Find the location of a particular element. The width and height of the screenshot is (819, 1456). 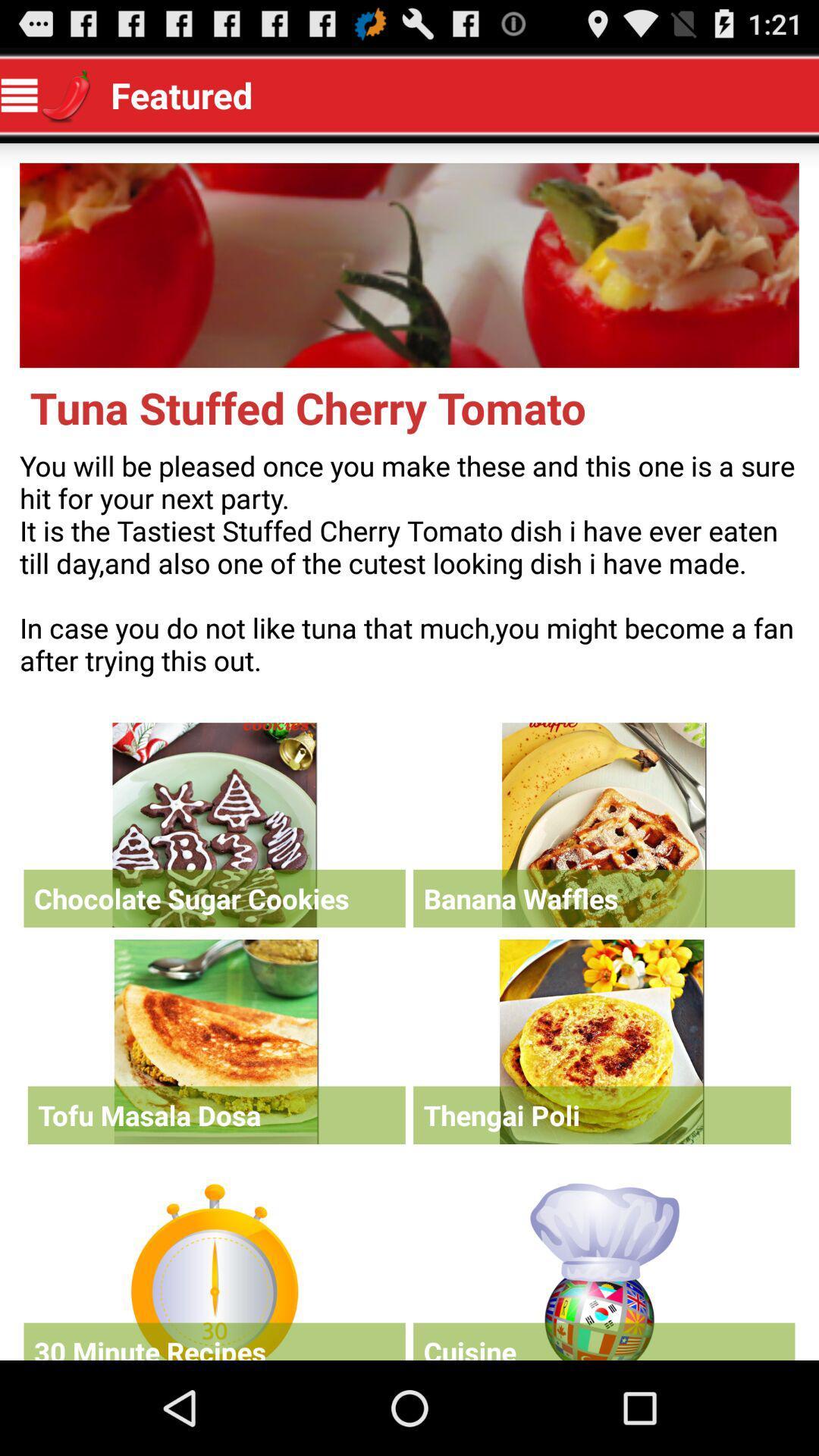

expands the image is located at coordinates (409, 265).